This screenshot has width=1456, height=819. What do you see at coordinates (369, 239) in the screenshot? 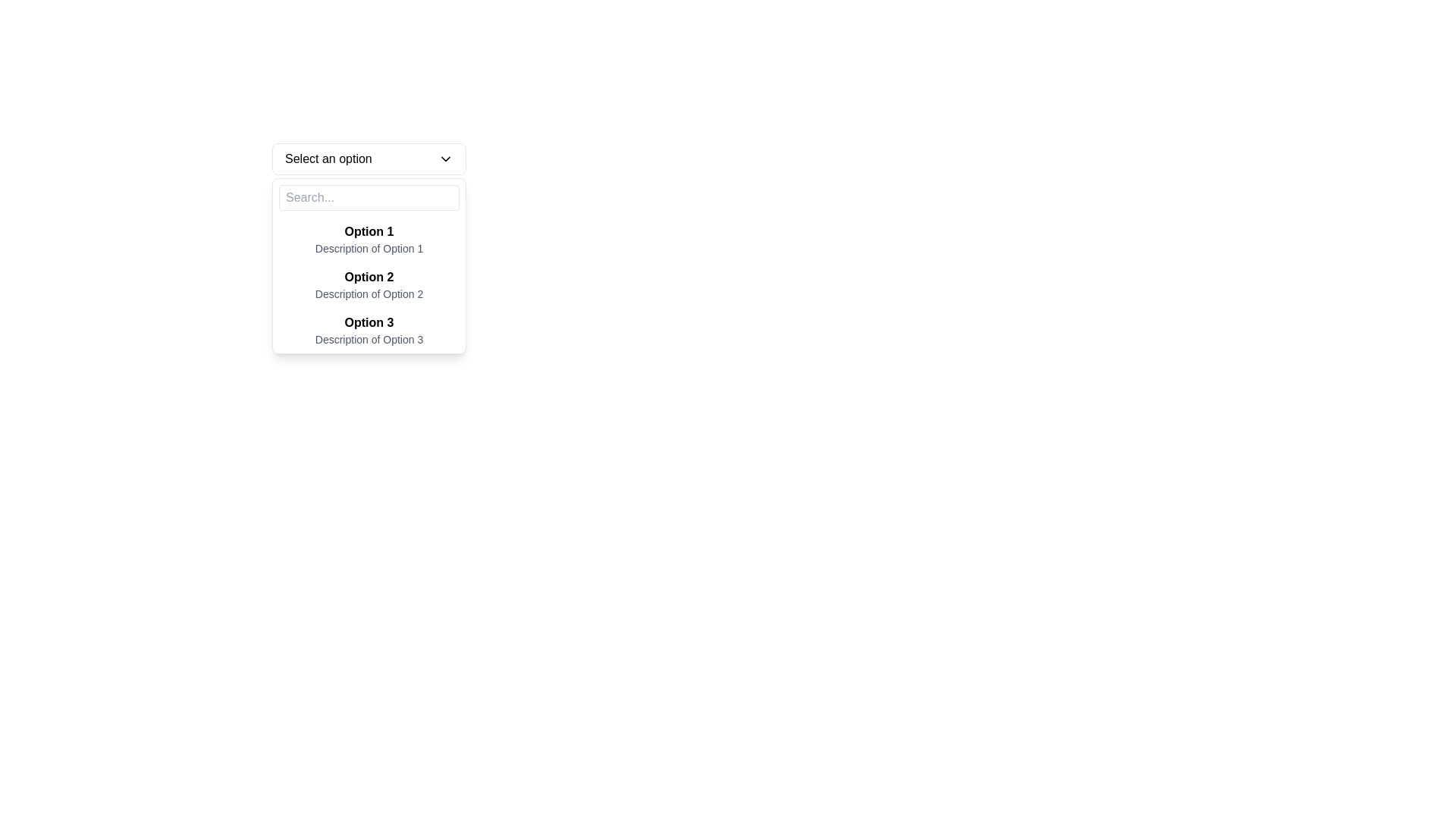
I see `the top selectable option in the dropdown menu` at bounding box center [369, 239].